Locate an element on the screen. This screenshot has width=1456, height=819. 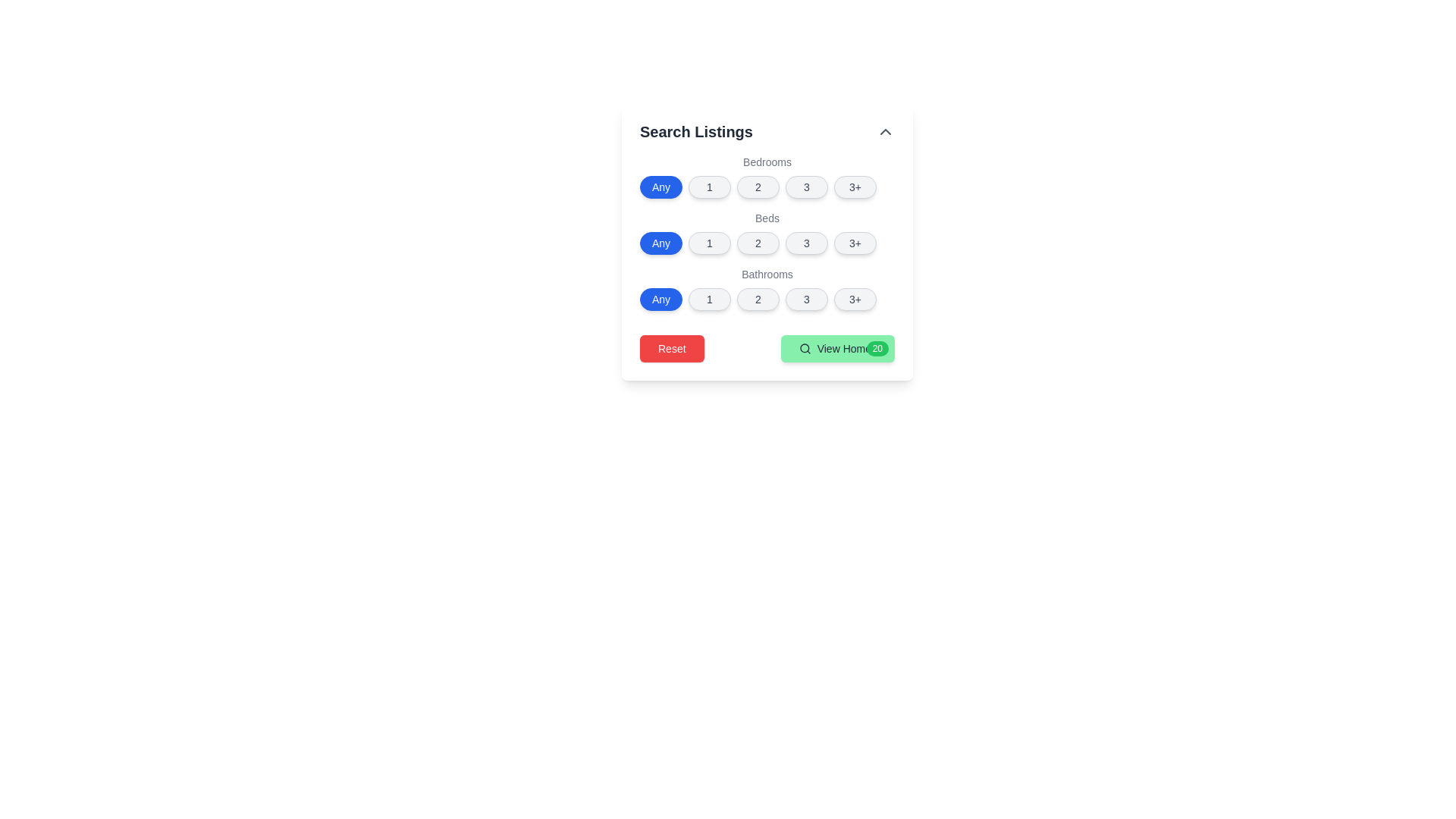
the pill-shaped button labeled 'Any' to observe its hover effects is located at coordinates (661, 242).